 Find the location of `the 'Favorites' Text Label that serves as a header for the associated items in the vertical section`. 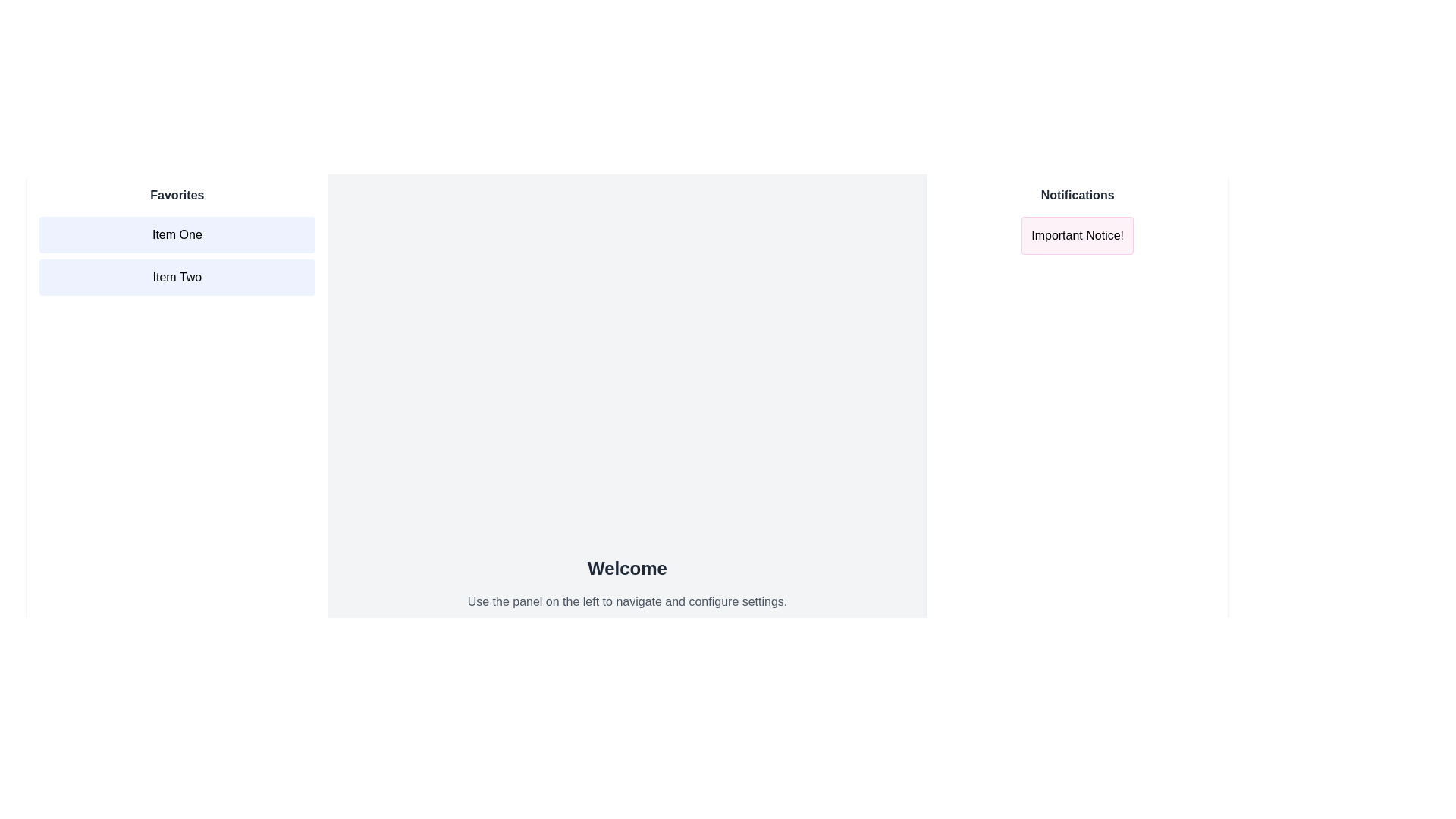

the 'Favorites' Text Label that serves as a header for the associated items in the vertical section is located at coordinates (177, 195).